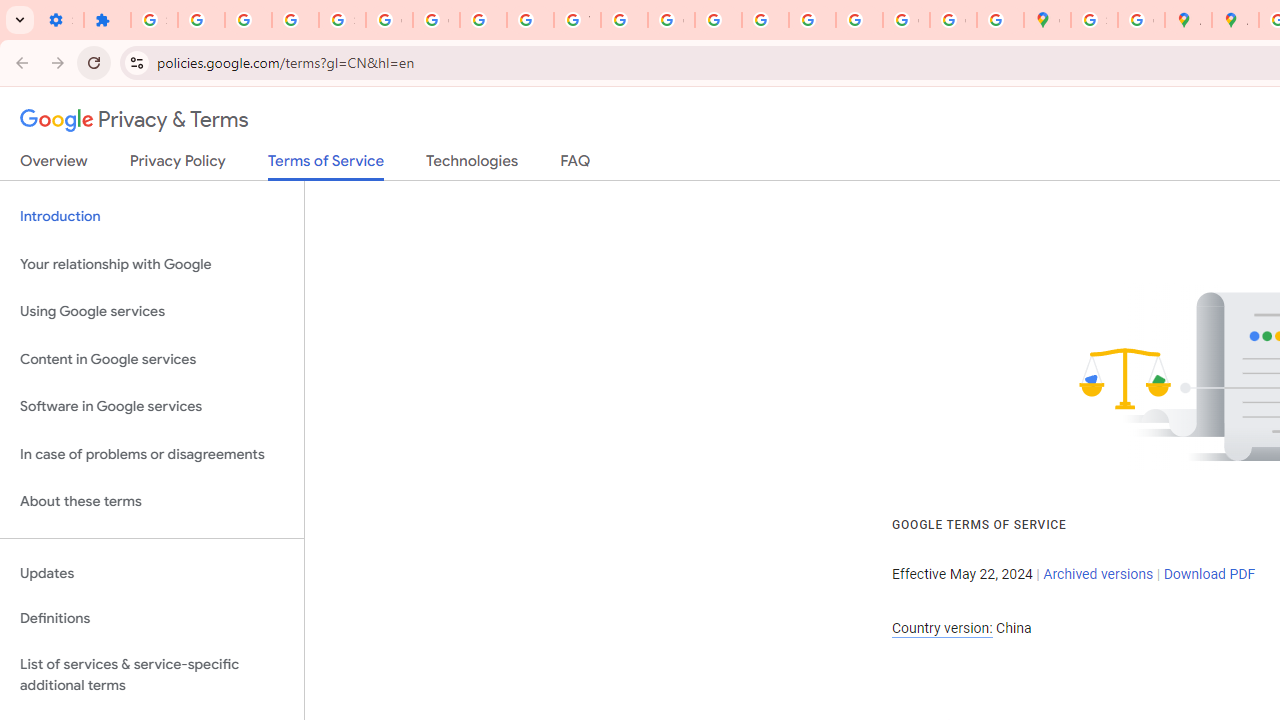  I want to click on 'Sign in - Google Accounts', so click(153, 20).